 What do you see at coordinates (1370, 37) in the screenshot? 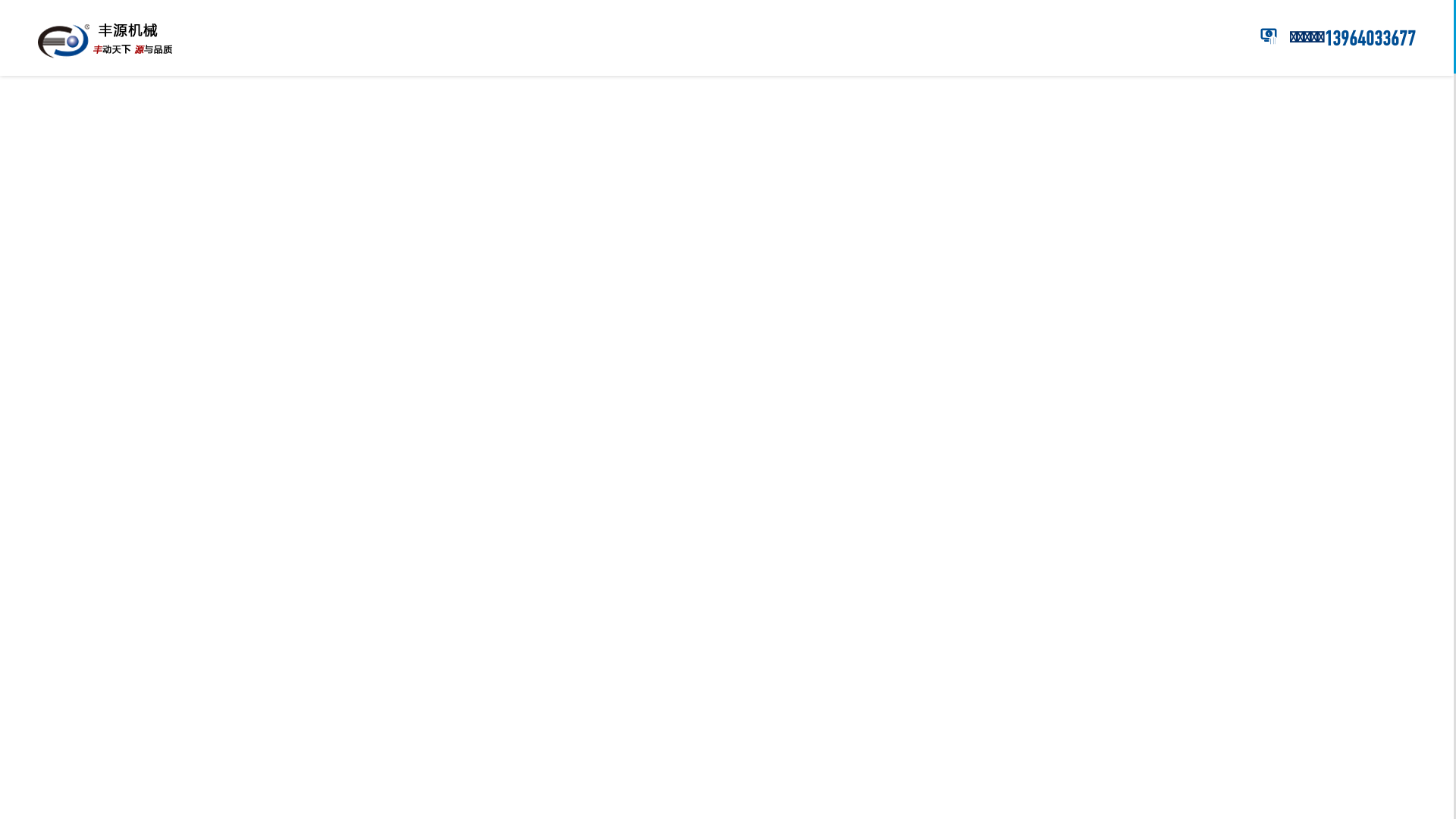
I see `'13964033677'` at bounding box center [1370, 37].